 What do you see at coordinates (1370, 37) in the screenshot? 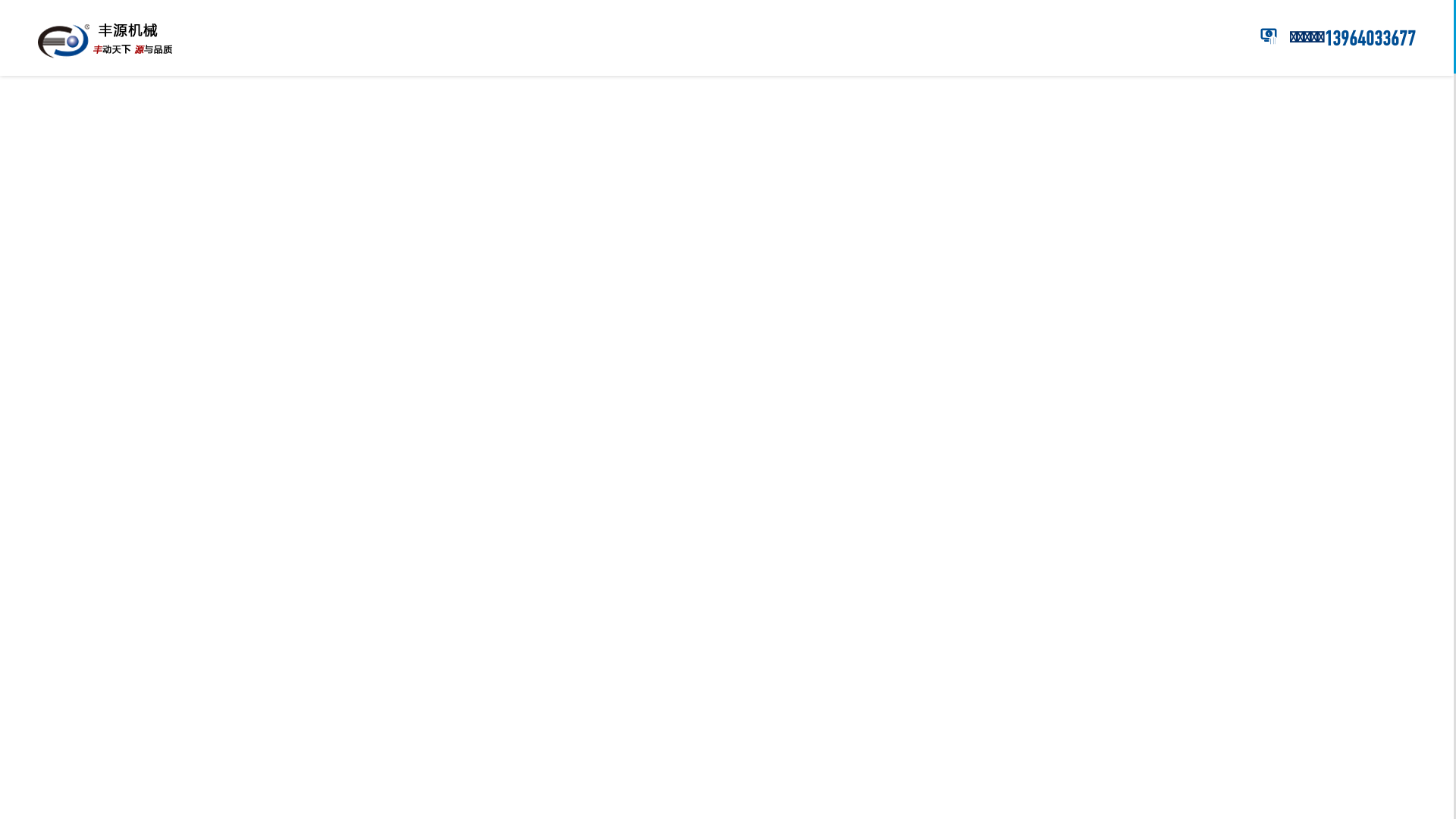
I see `'13964033677'` at bounding box center [1370, 37].